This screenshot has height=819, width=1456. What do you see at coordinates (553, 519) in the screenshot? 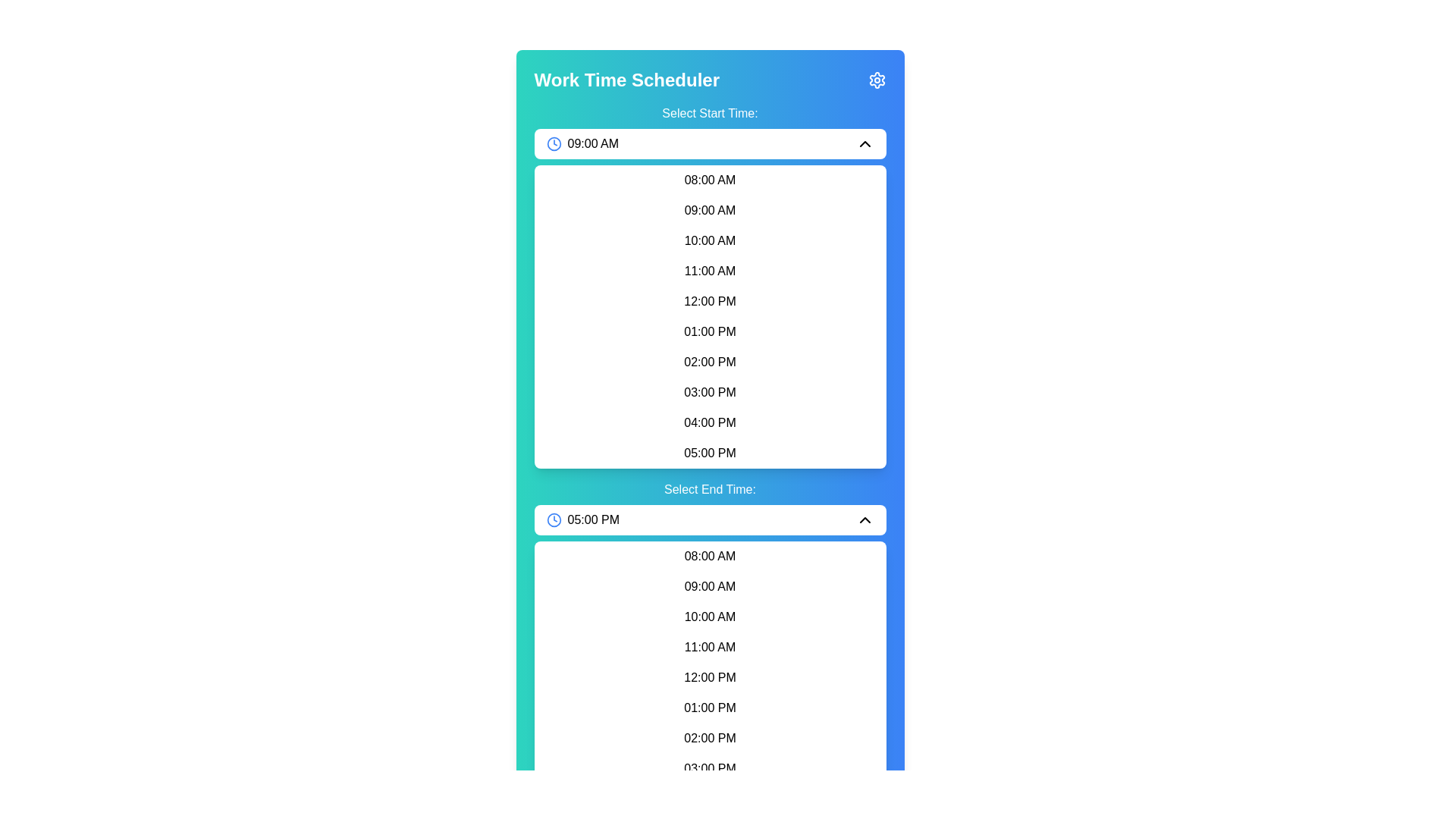
I see `the blue outlined circular SVG element that is part of the clock icon located to the left of the '05:00 PM' text in the 'Select End Time' section` at bounding box center [553, 519].